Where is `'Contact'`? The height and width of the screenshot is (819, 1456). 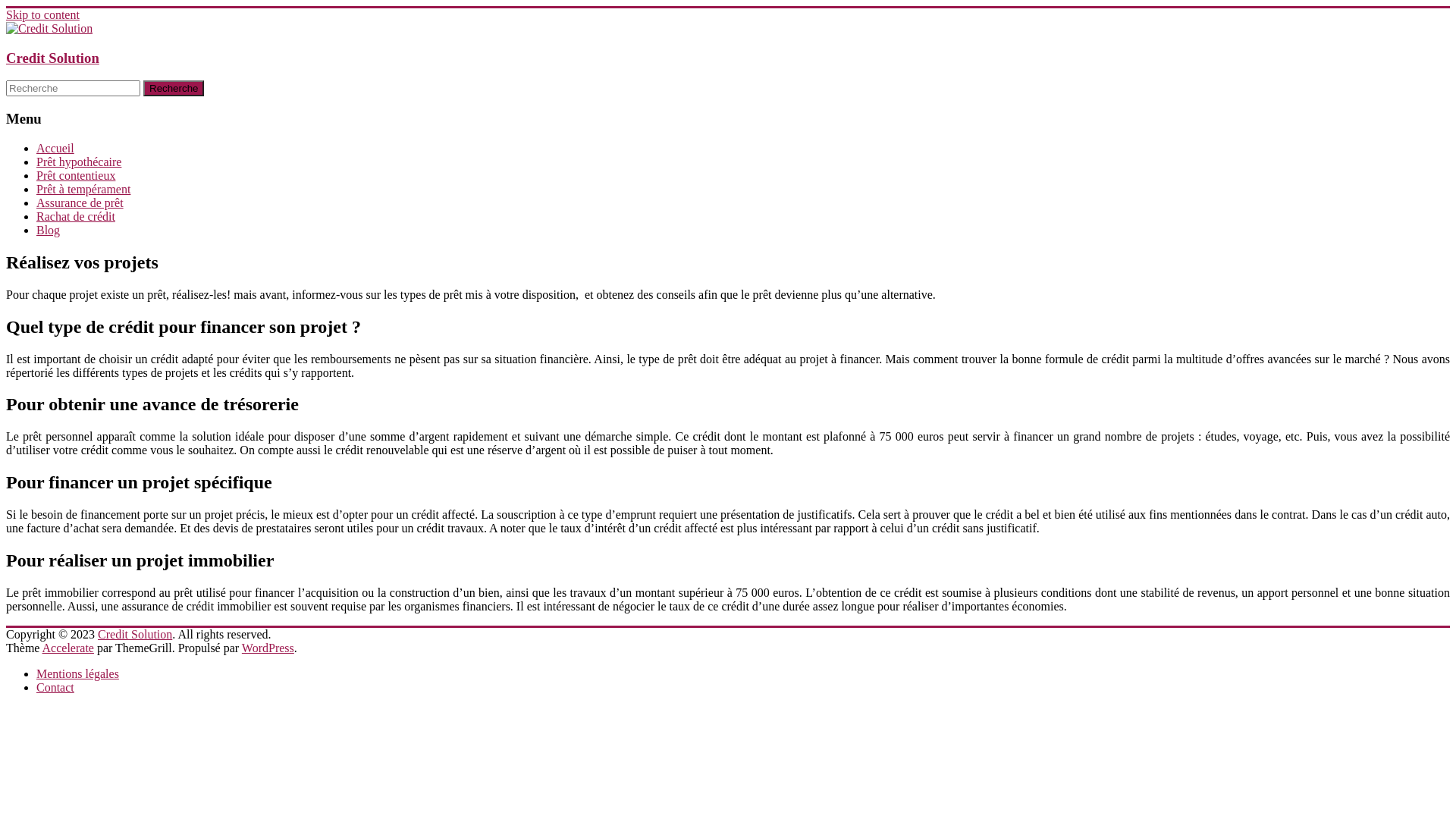 'Contact' is located at coordinates (55, 687).